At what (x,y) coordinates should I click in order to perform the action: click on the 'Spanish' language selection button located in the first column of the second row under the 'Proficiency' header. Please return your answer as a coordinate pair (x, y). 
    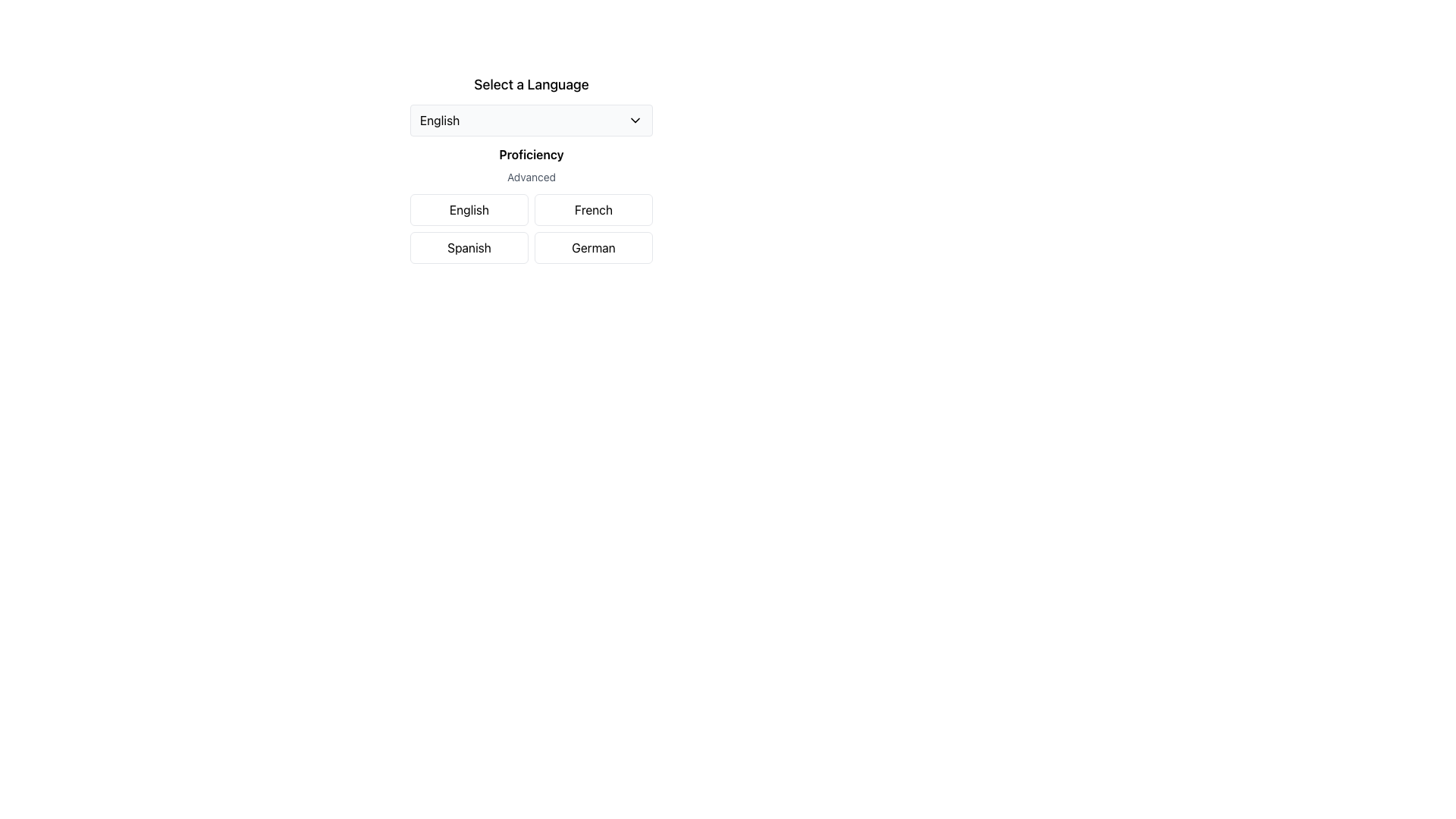
    Looking at the image, I should click on (469, 247).